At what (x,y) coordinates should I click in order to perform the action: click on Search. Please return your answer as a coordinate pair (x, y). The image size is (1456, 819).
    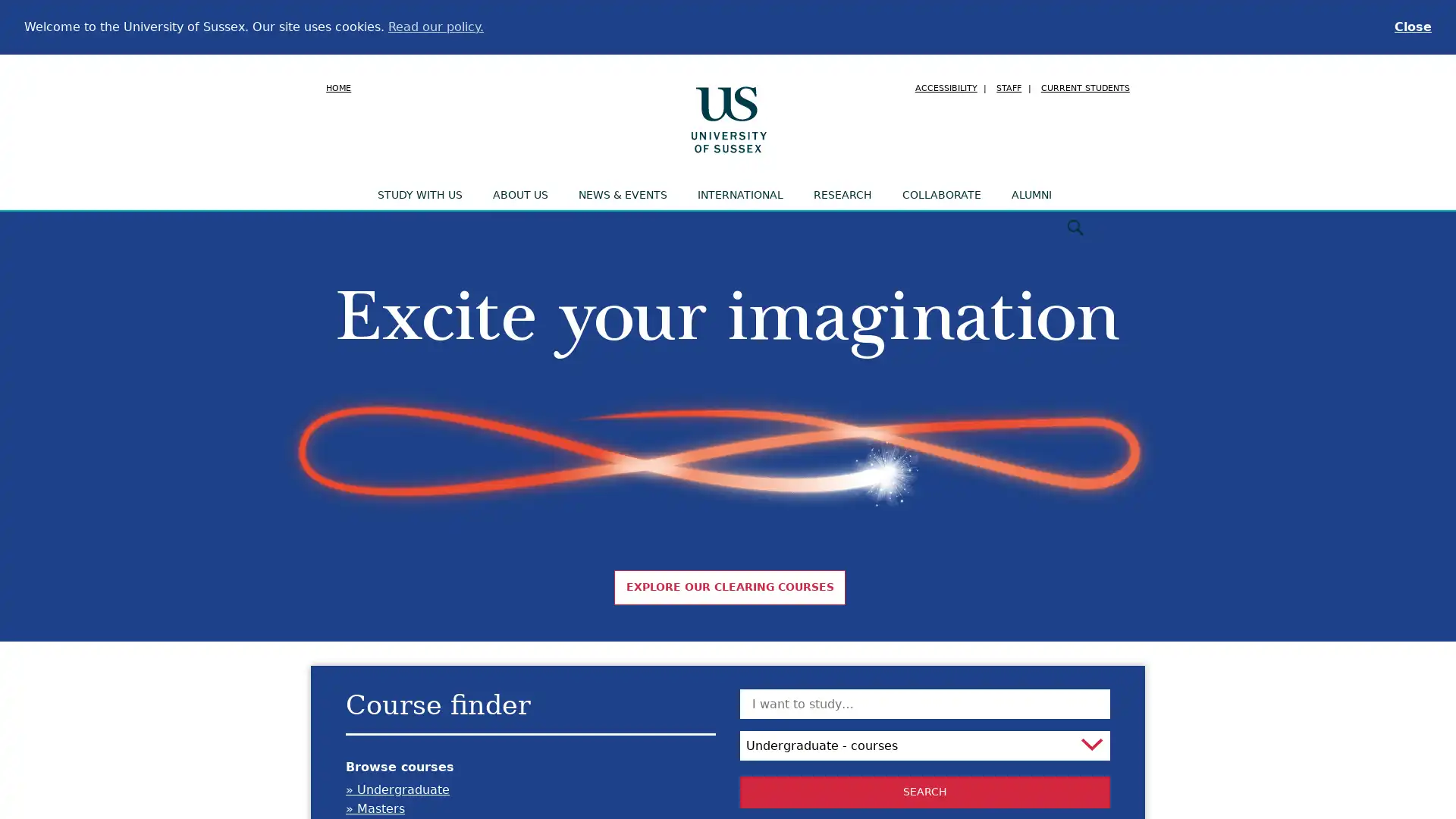
    Looking at the image, I should click on (924, 791).